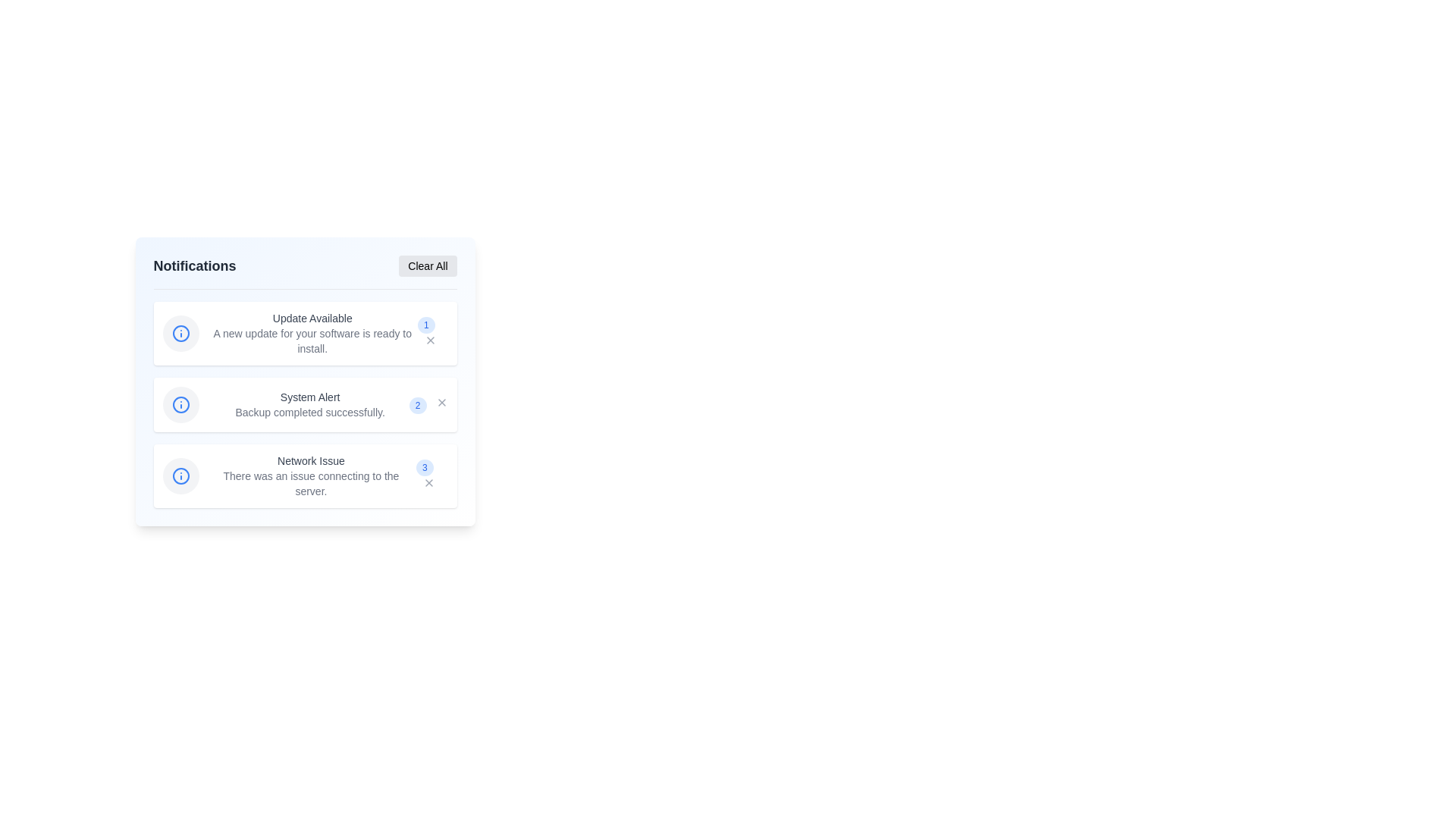 The image size is (1456, 819). What do you see at coordinates (418, 405) in the screenshot?
I see `the badge indicating the priority or count next to the 'System Alert: Backup completed successfully.' label in the second row of the notification list` at bounding box center [418, 405].